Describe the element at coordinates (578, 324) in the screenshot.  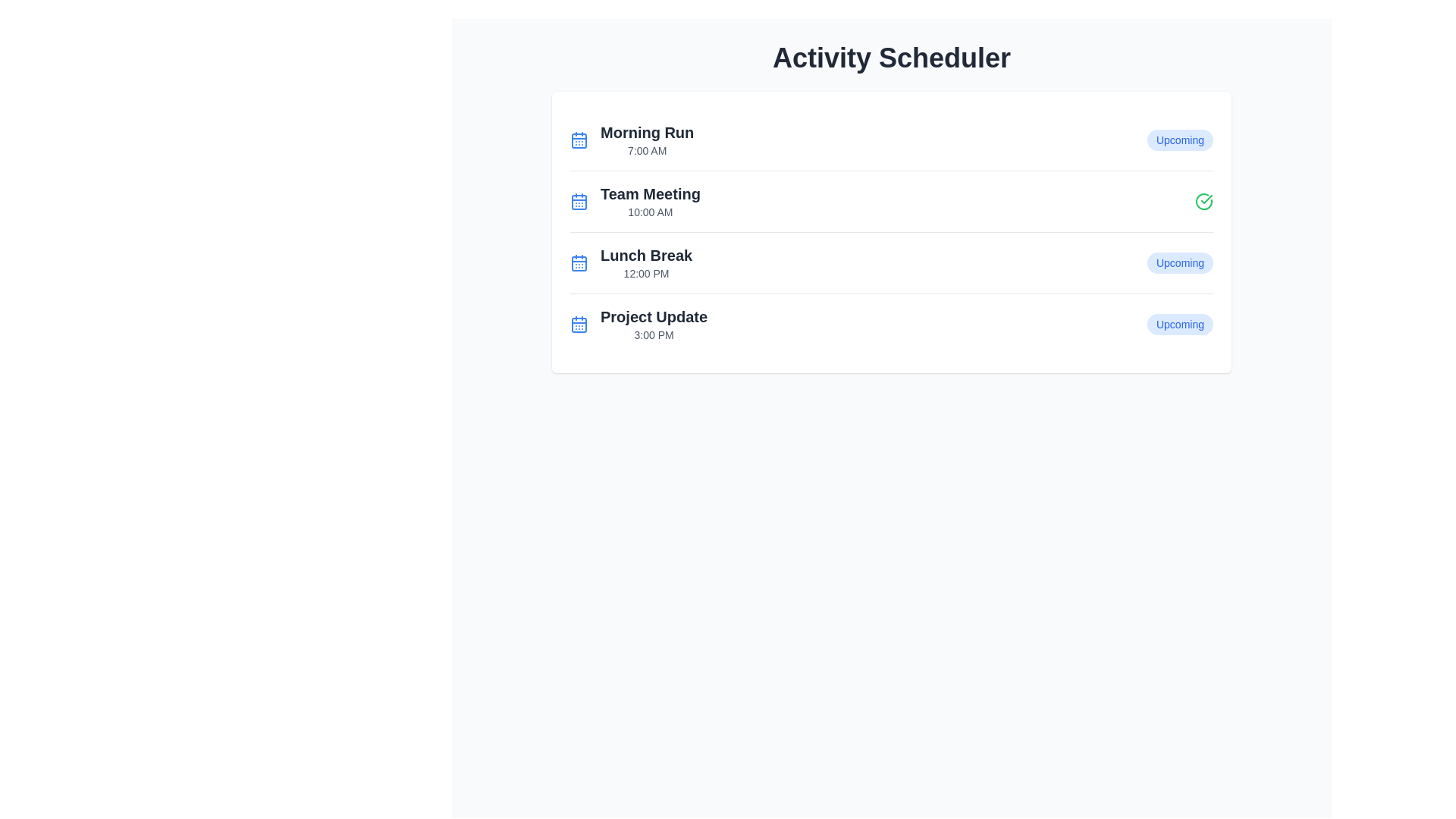
I see `the central SVG shape within the calendar icon, which is located to the left of the 'Project Update' entry` at that location.